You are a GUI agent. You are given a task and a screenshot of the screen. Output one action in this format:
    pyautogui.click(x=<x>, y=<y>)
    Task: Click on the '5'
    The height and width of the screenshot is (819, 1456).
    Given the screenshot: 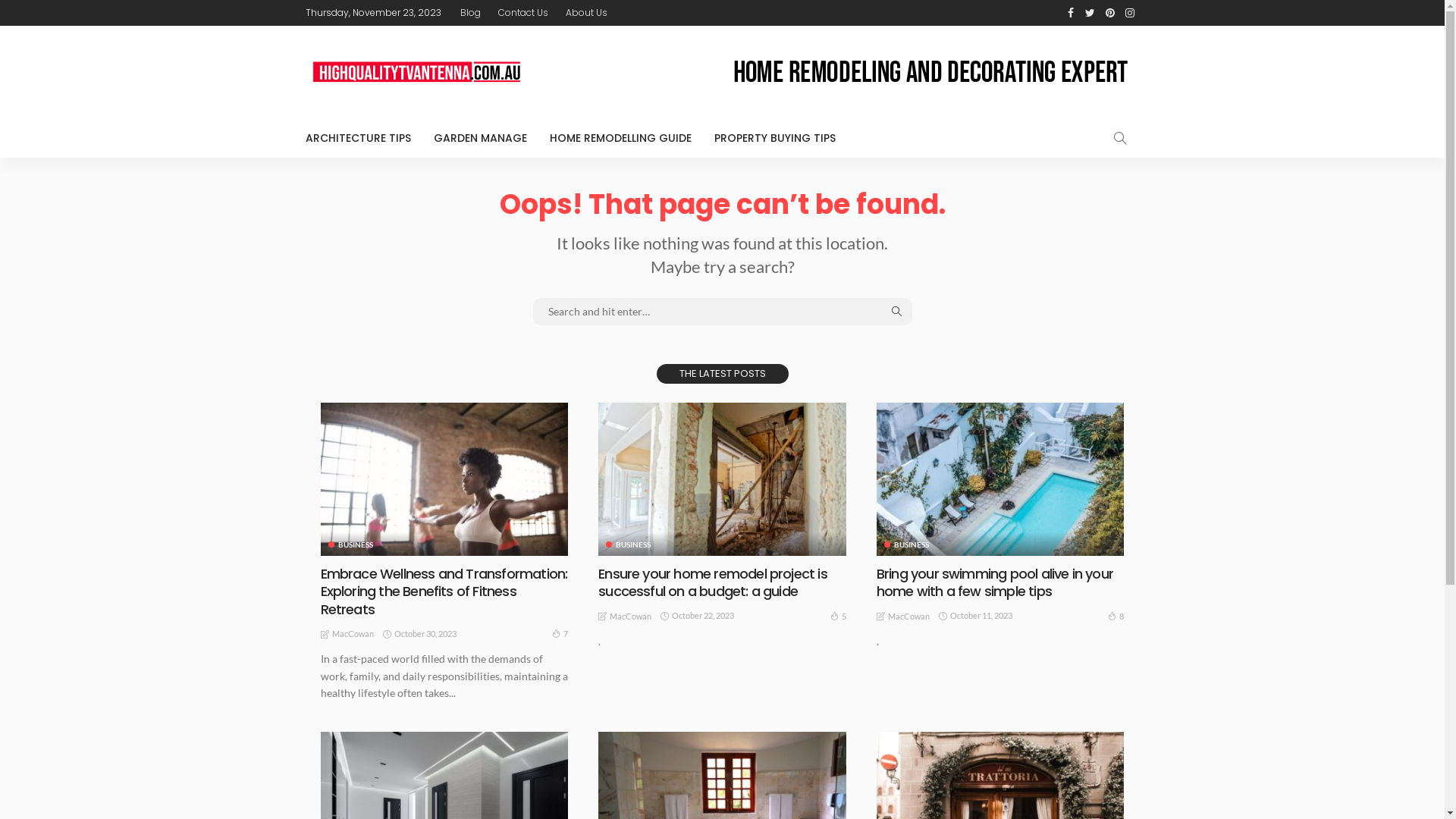 What is the action you would take?
    pyautogui.click(x=837, y=616)
    